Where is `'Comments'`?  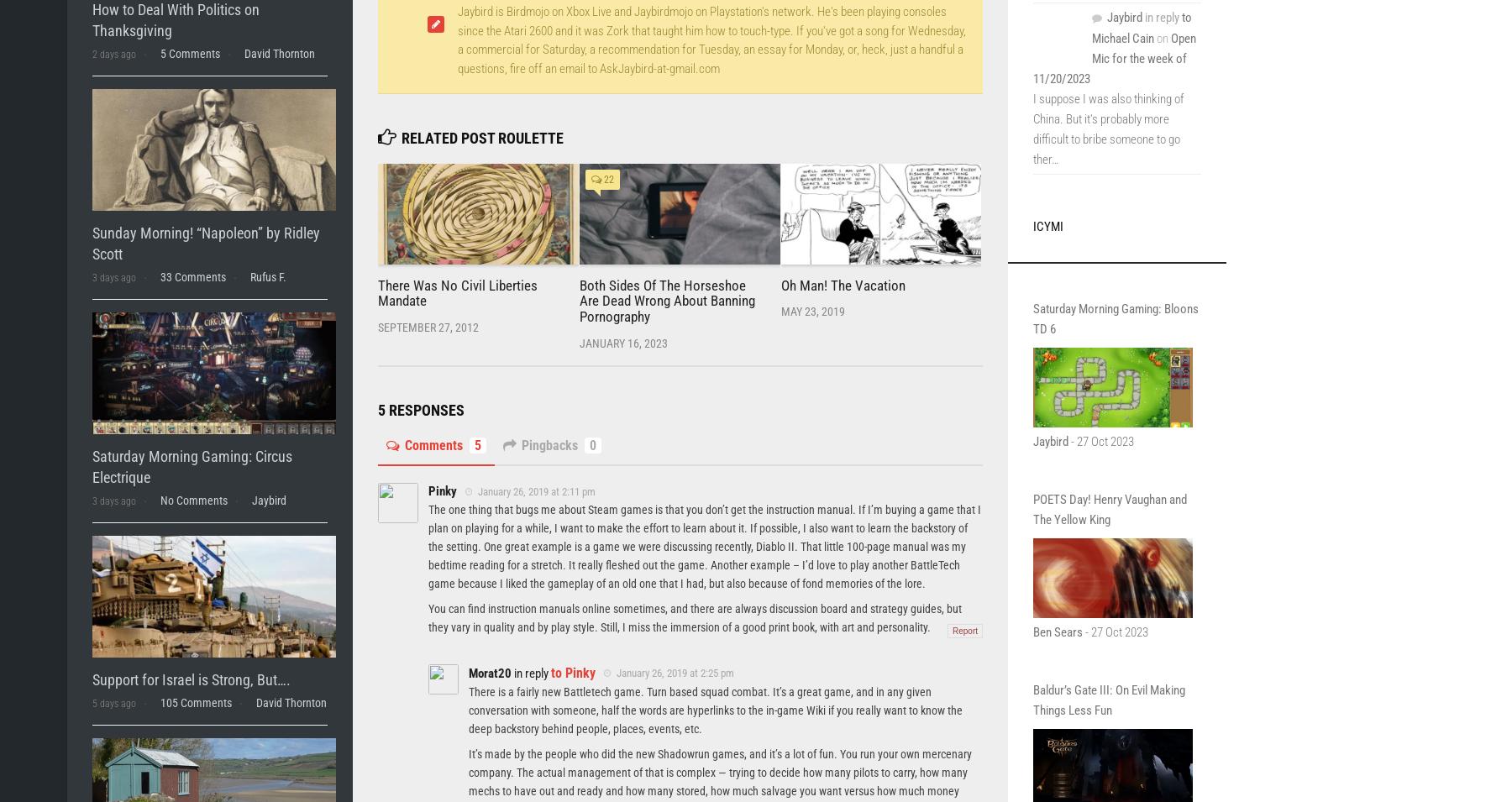 'Comments' is located at coordinates (433, 444).